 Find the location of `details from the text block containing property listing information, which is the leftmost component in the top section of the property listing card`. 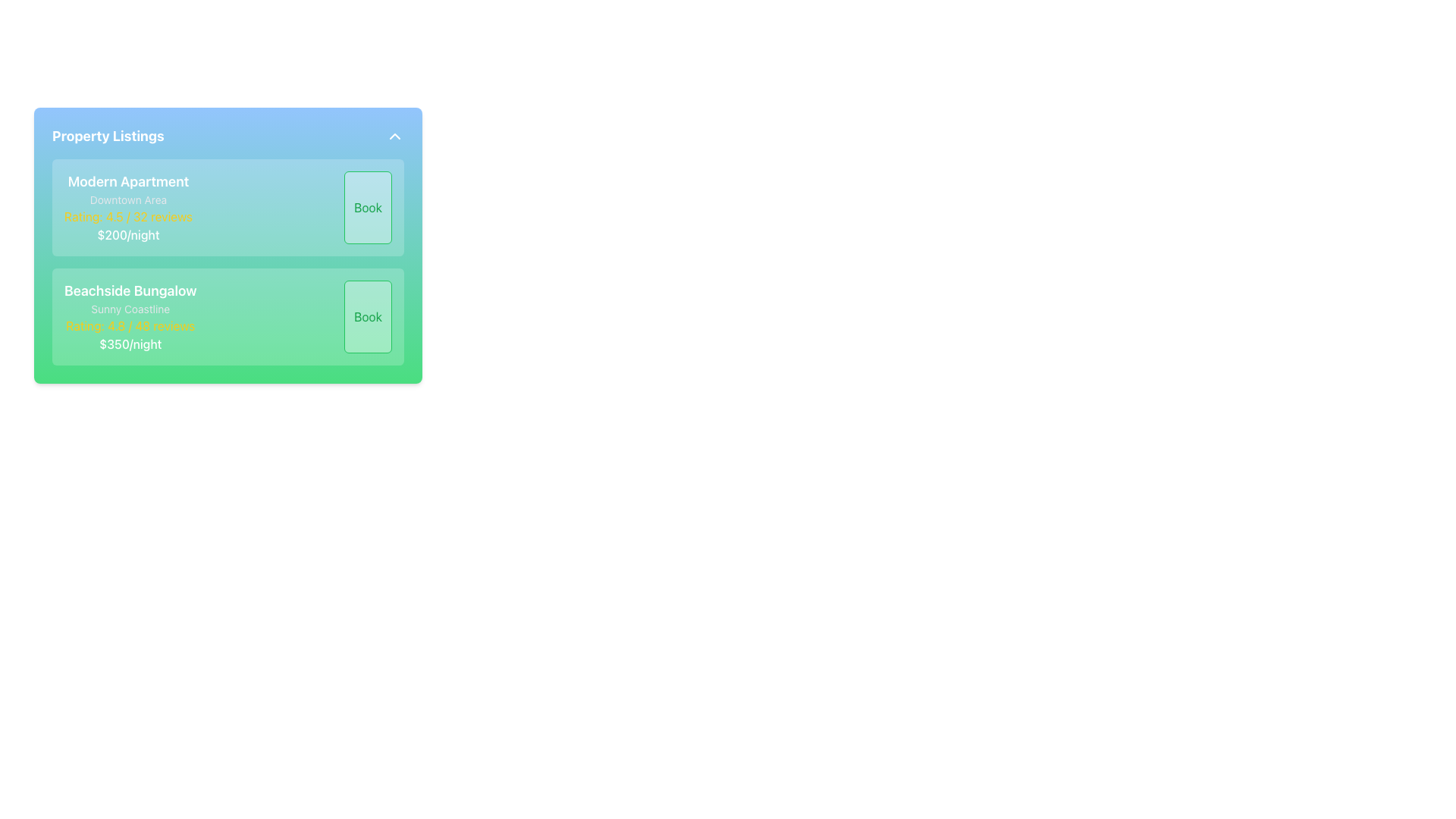

details from the text block containing property listing information, which is the leftmost component in the top section of the property listing card is located at coordinates (128, 207).